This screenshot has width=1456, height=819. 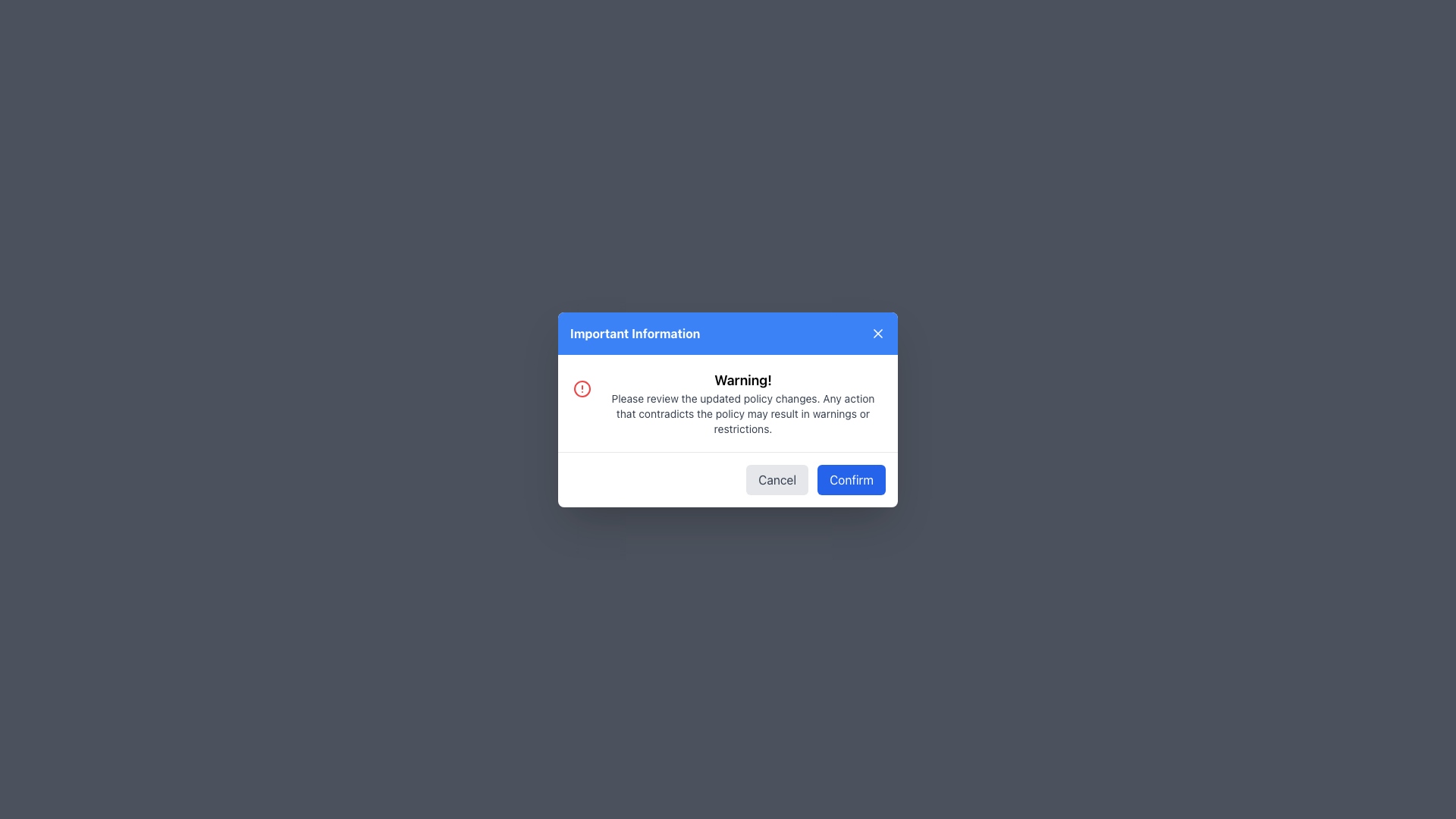 What do you see at coordinates (582, 388) in the screenshot?
I see `the visual alert icon located on the left side of the 'Important Information' modal, vertically aligned with the header text 'Warning!'` at bounding box center [582, 388].